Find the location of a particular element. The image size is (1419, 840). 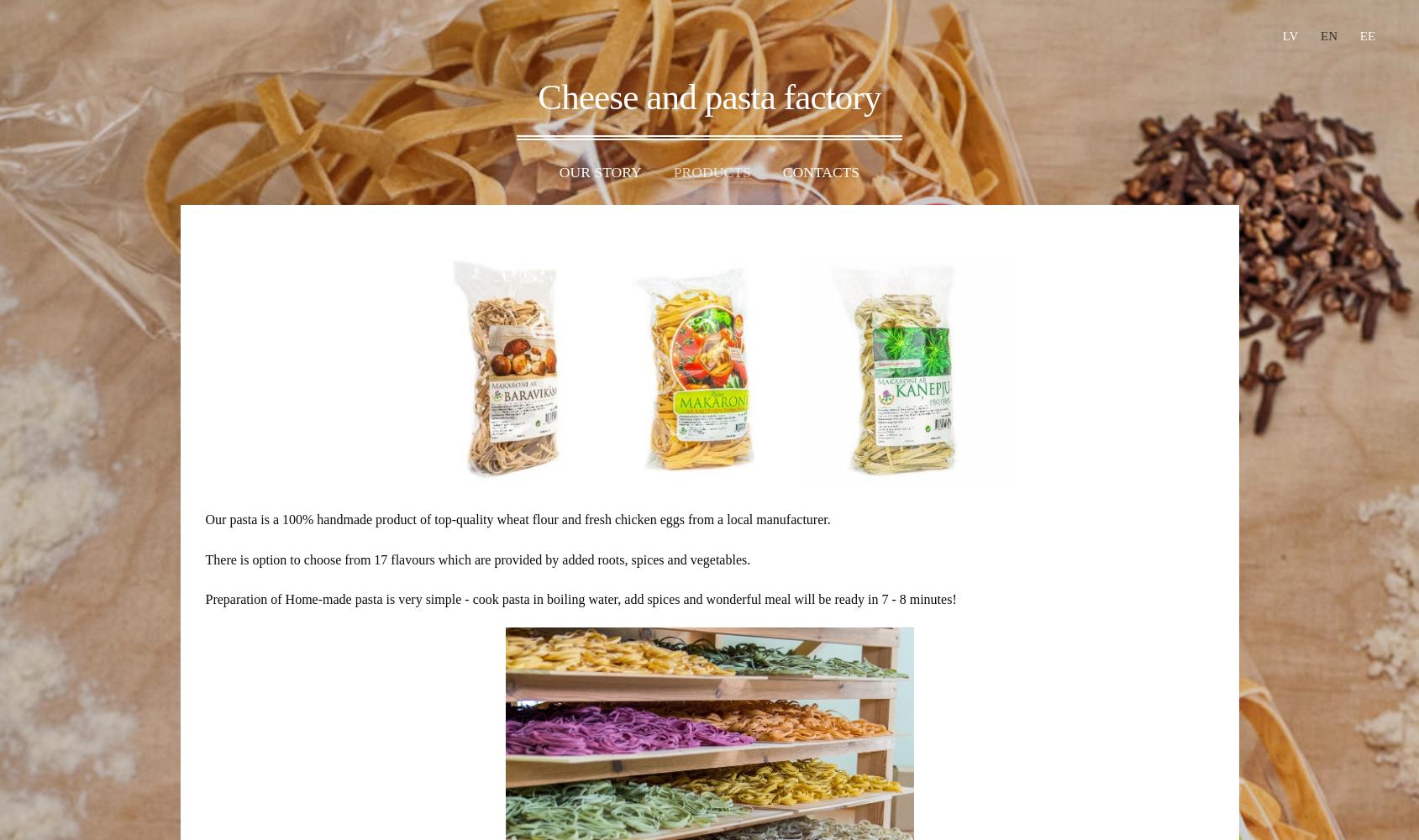

'Cheese and pasta factory' is located at coordinates (536, 96).